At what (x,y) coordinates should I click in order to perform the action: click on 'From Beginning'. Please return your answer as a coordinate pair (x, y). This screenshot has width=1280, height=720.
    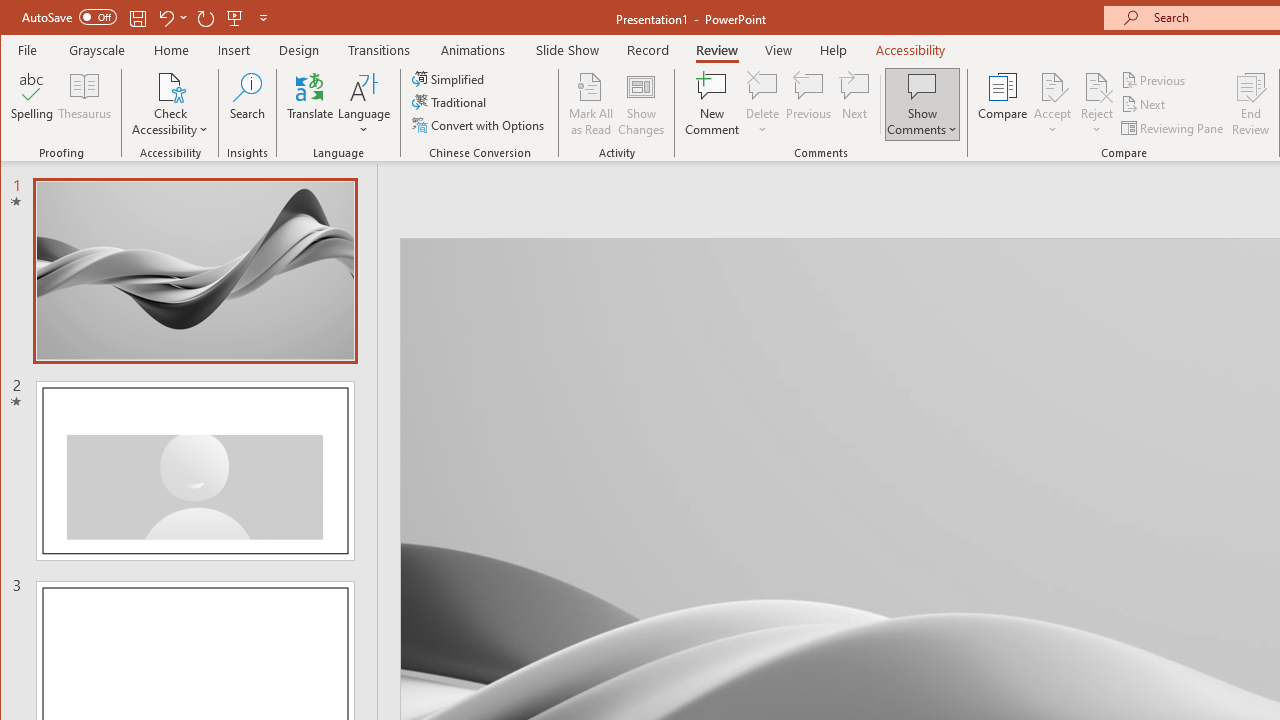
    Looking at the image, I should click on (235, 17).